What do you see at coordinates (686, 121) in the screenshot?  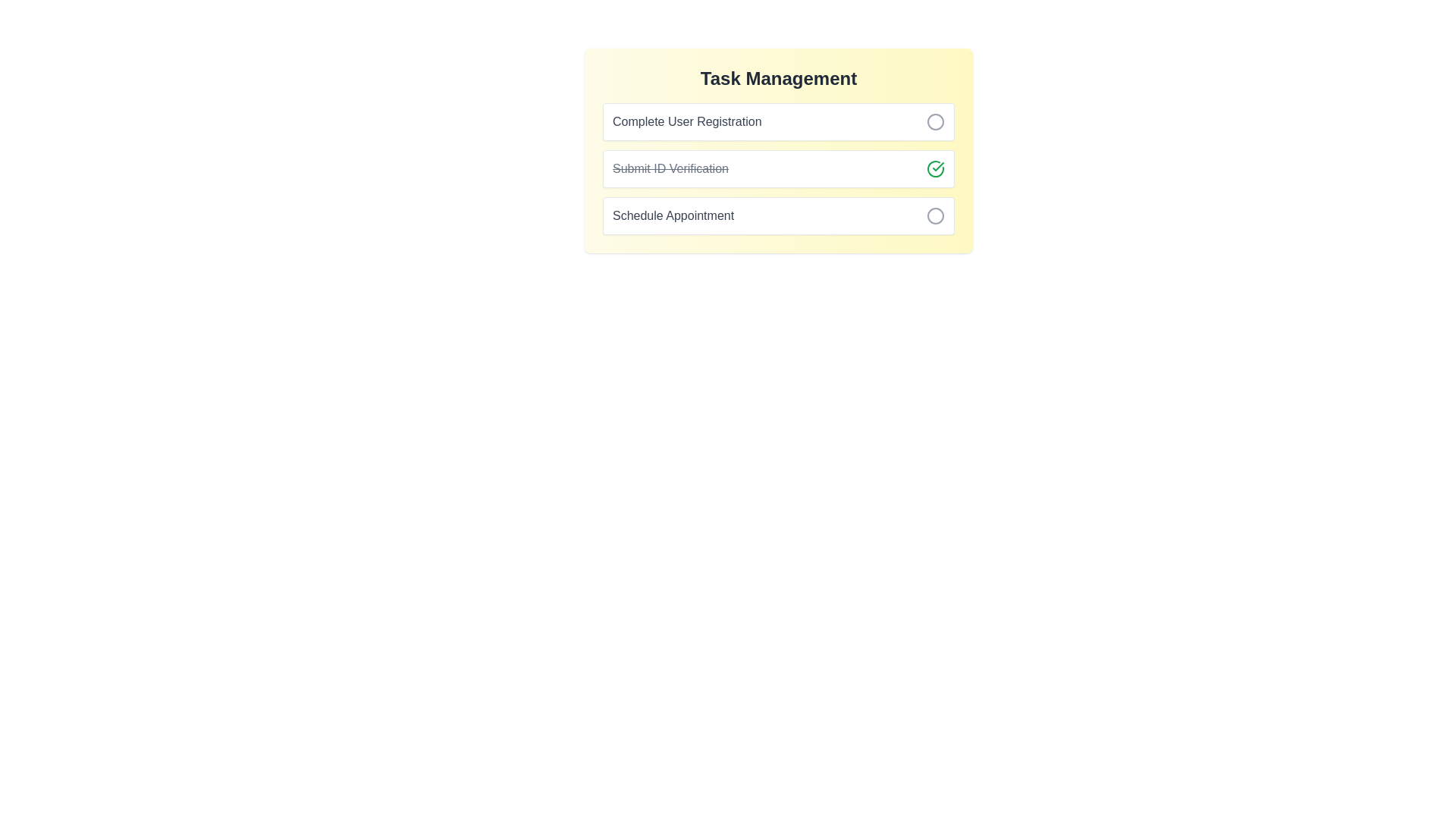 I see `the text label displaying 'Complete User Registration', which is centrally positioned under the 'Task Management' header and aligned to the left of its siblings` at bounding box center [686, 121].